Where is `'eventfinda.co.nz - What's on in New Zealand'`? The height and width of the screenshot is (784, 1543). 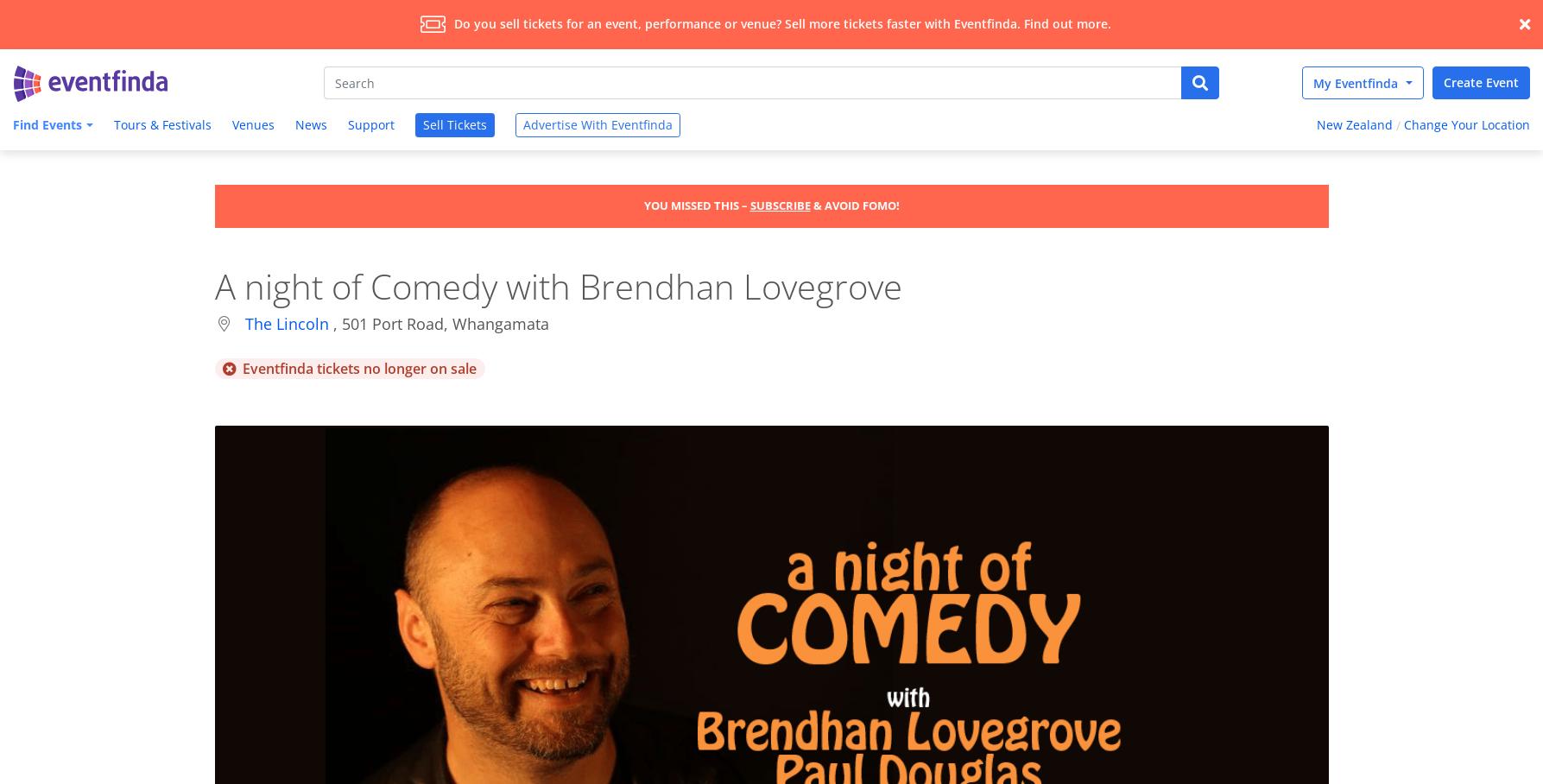
'eventfinda.co.nz - What's on in New Zealand' is located at coordinates (343, 69).